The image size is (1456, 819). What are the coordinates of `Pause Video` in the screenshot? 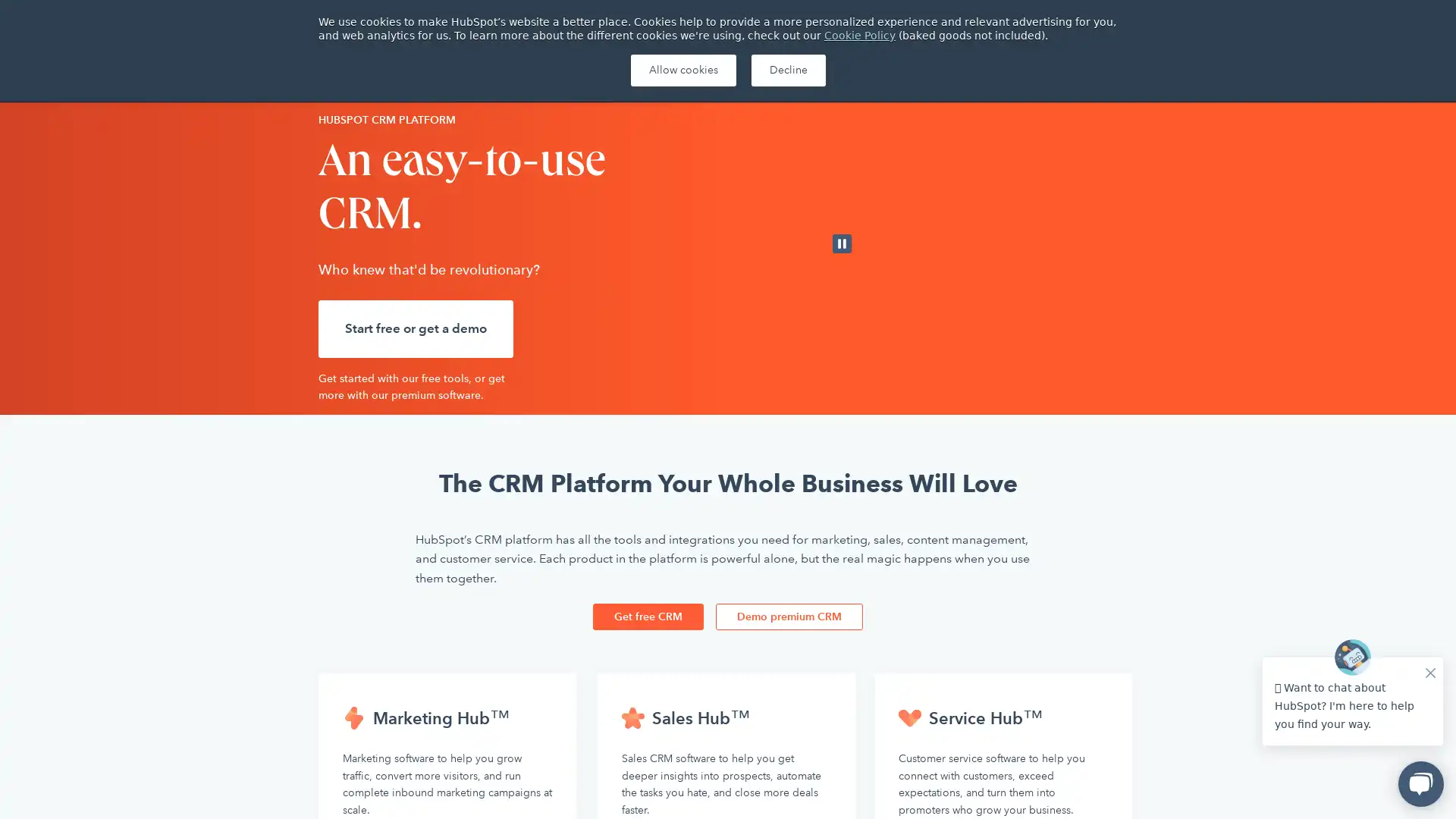 It's located at (841, 243).